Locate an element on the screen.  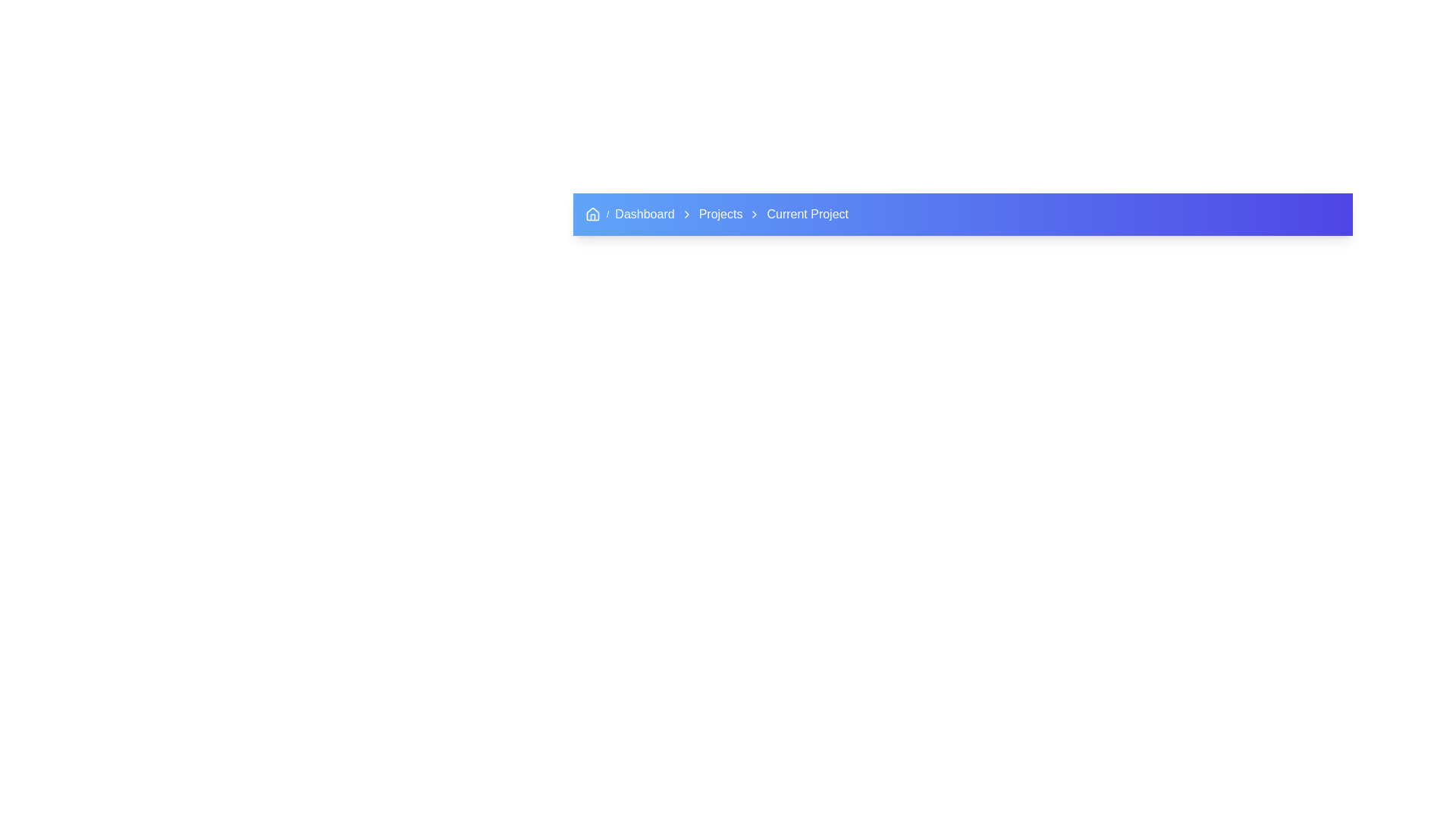
the Breadcrumb navigation bar located at the top-middle of the application, which displays the current location within the hierarchy is located at coordinates (962, 214).